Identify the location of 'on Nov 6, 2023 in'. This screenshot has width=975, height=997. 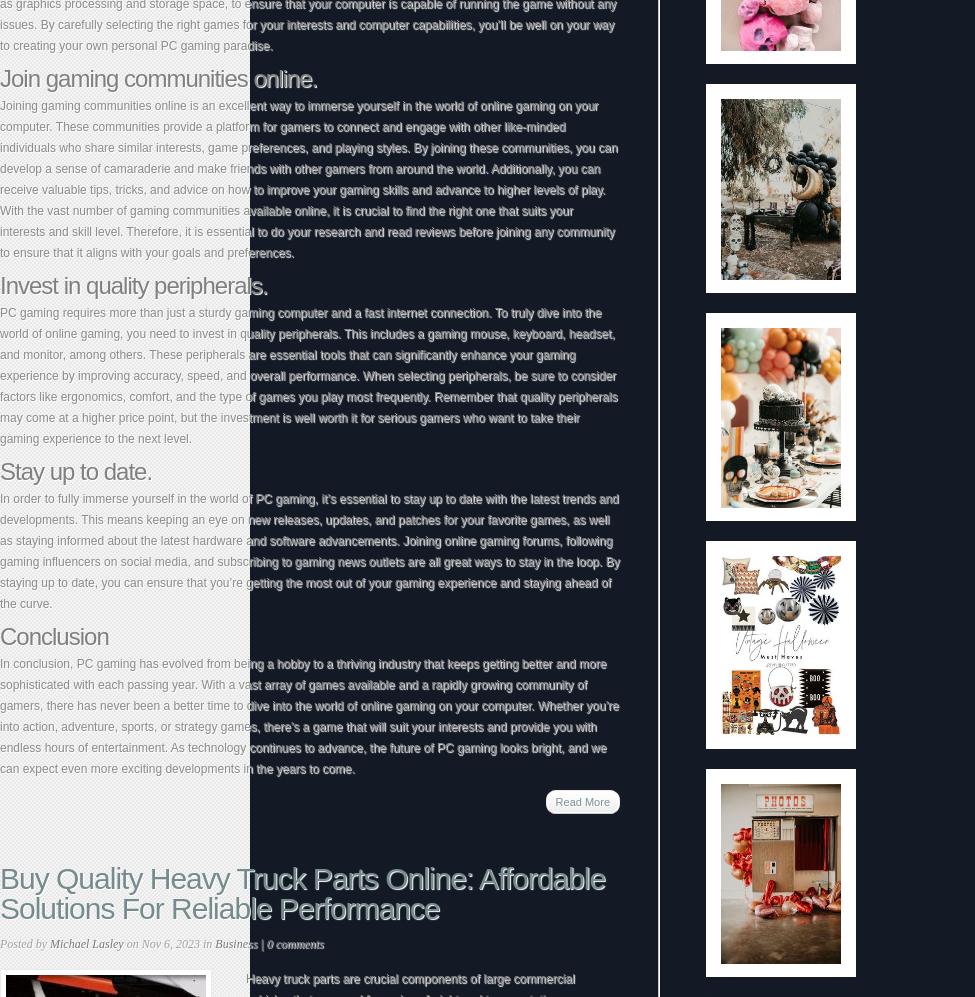
(122, 943).